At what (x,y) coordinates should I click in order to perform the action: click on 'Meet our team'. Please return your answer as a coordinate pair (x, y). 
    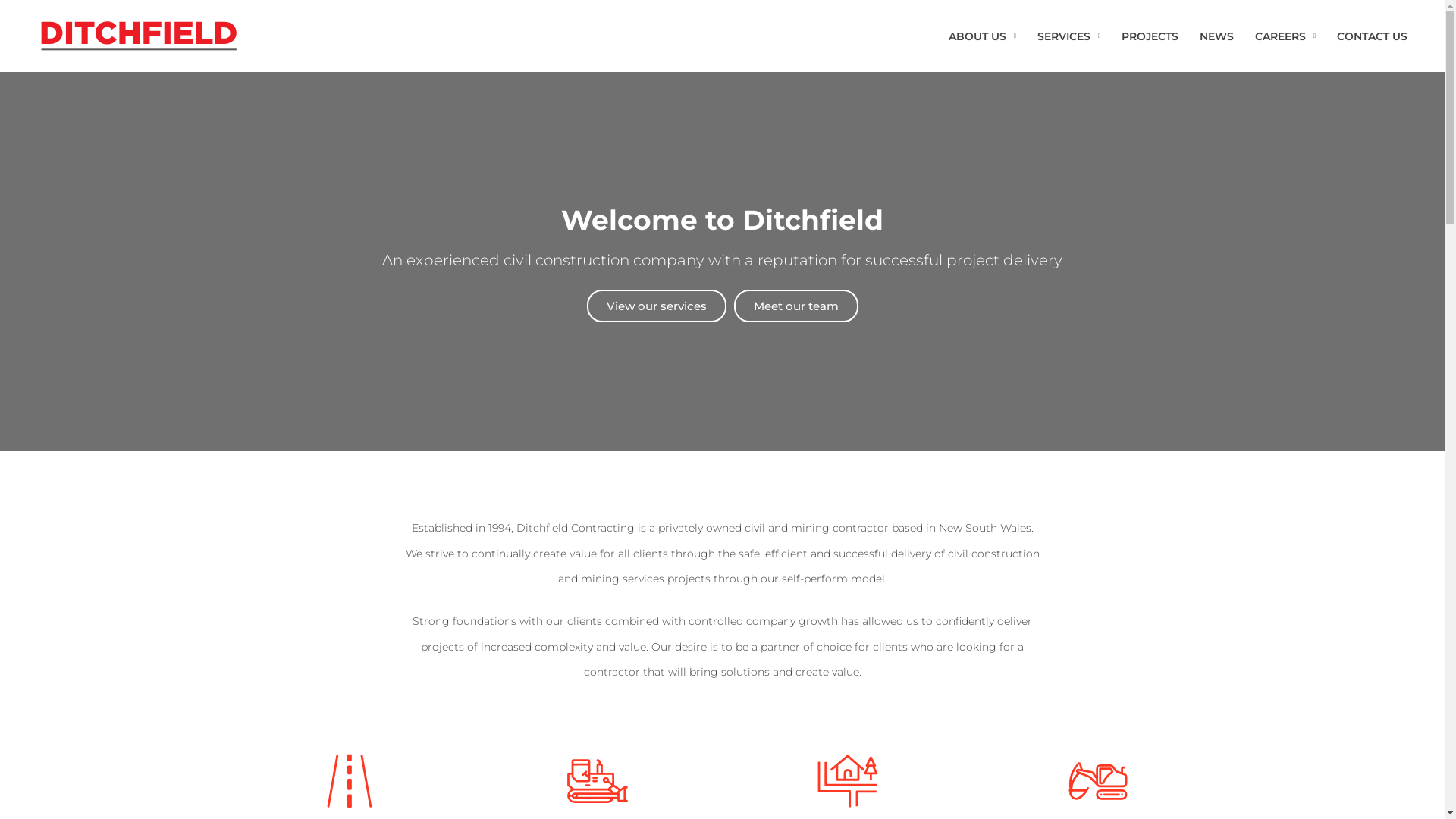
    Looking at the image, I should click on (795, 306).